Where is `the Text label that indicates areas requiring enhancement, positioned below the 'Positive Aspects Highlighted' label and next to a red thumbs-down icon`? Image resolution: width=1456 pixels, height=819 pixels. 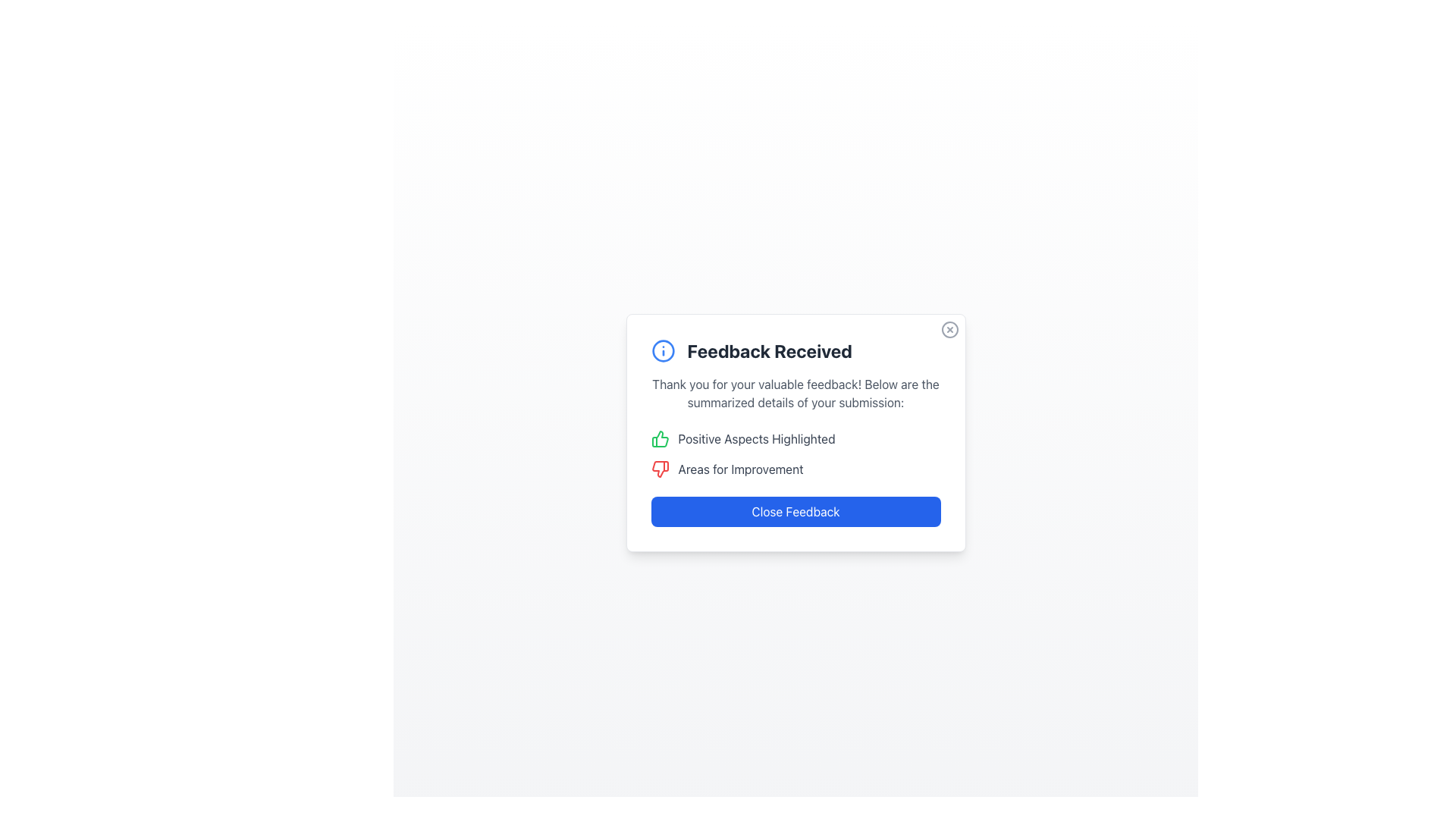 the Text label that indicates areas requiring enhancement, positioned below the 'Positive Aspects Highlighted' label and next to a red thumbs-down icon is located at coordinates (741, 468).